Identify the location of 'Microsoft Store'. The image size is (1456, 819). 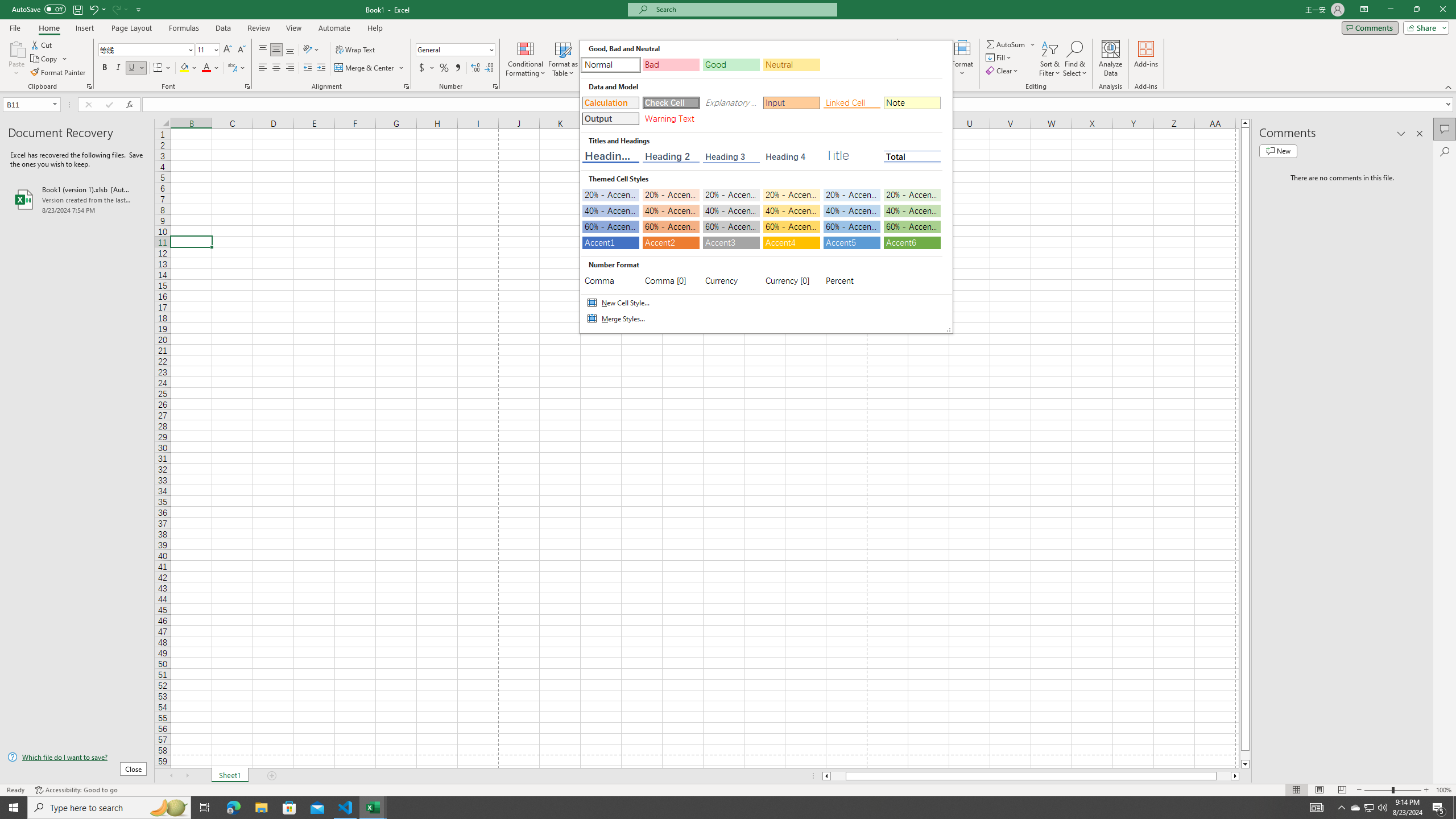
(289, 806).